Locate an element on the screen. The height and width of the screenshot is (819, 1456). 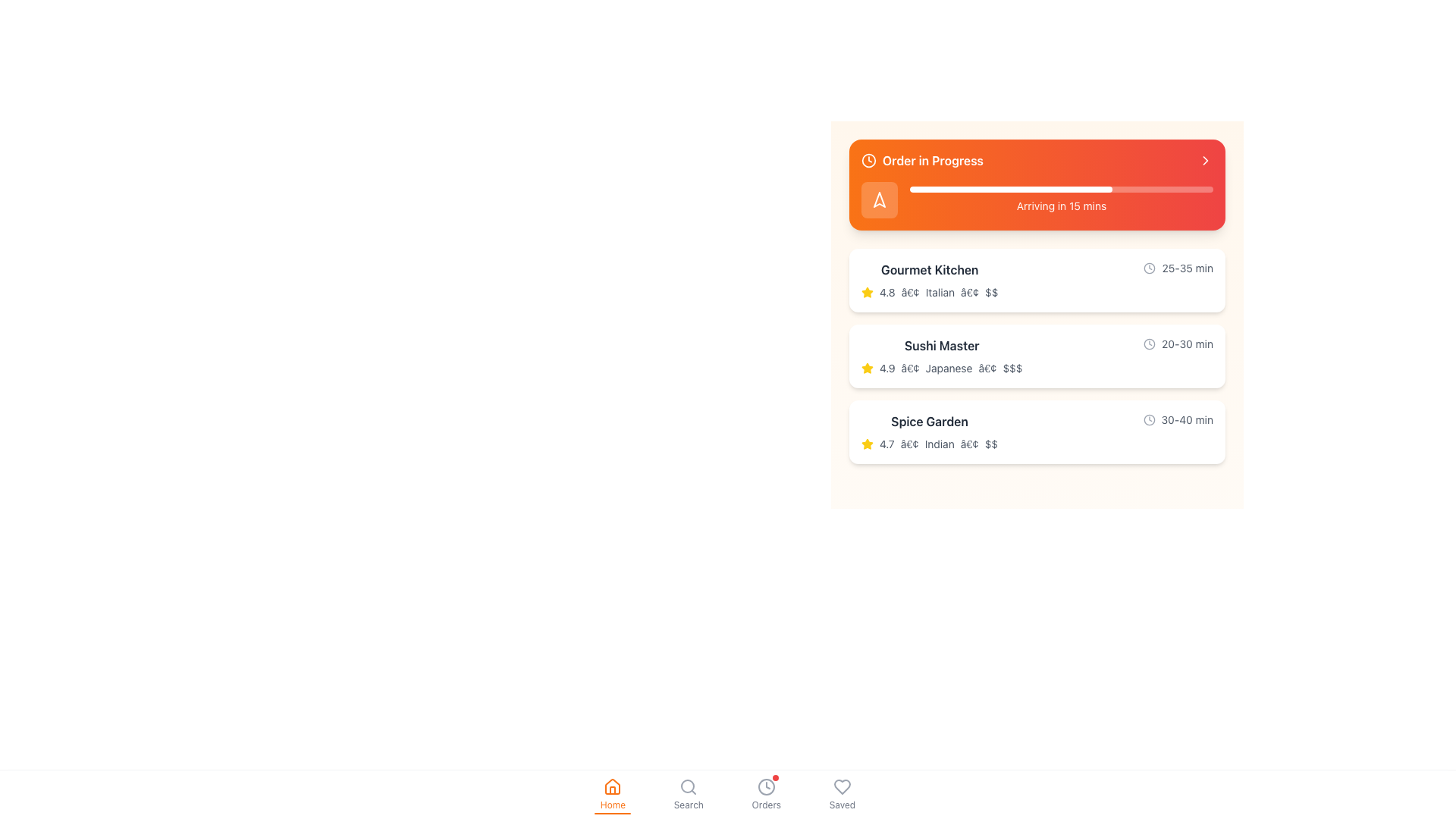
the text label 'Italian' styled in a small, gray font, located in the restaurant description for 'Gourmet Kitchen', positioned after the rating score (4.8) and a dot separator is located at coordinates (939, 292).